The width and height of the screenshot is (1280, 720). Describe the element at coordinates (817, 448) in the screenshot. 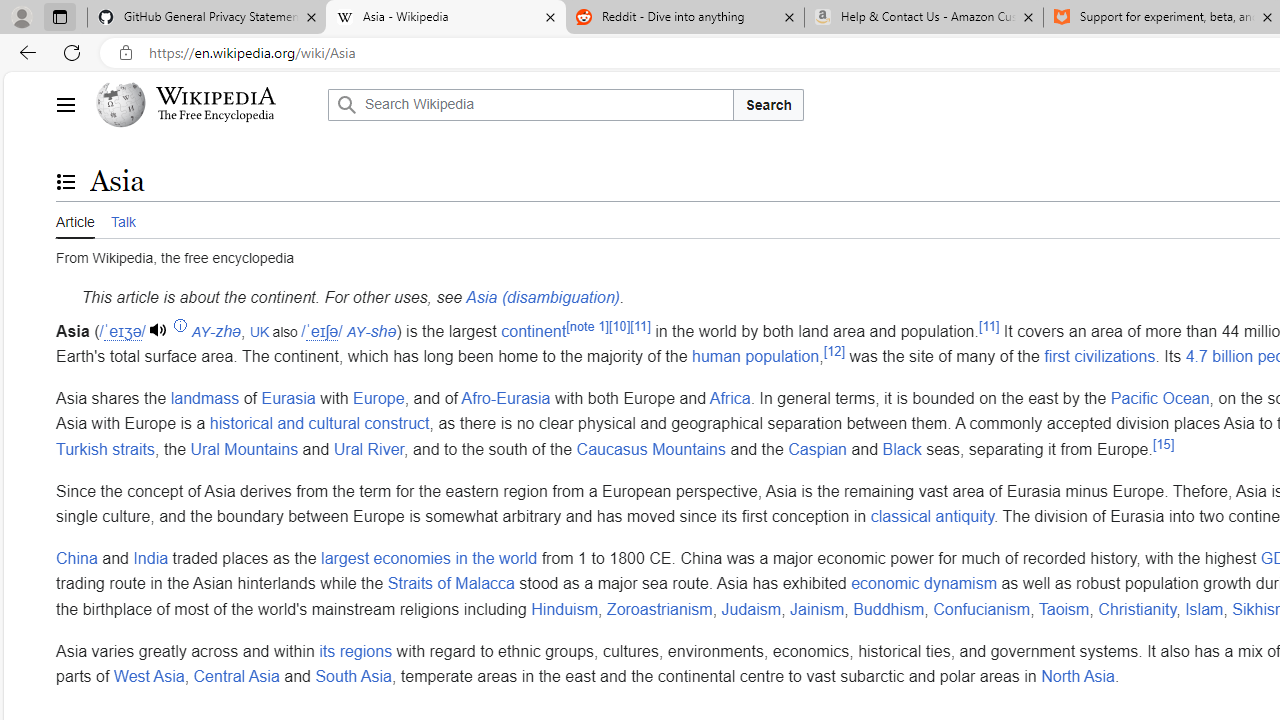

I see `'Caspian'` at that location.